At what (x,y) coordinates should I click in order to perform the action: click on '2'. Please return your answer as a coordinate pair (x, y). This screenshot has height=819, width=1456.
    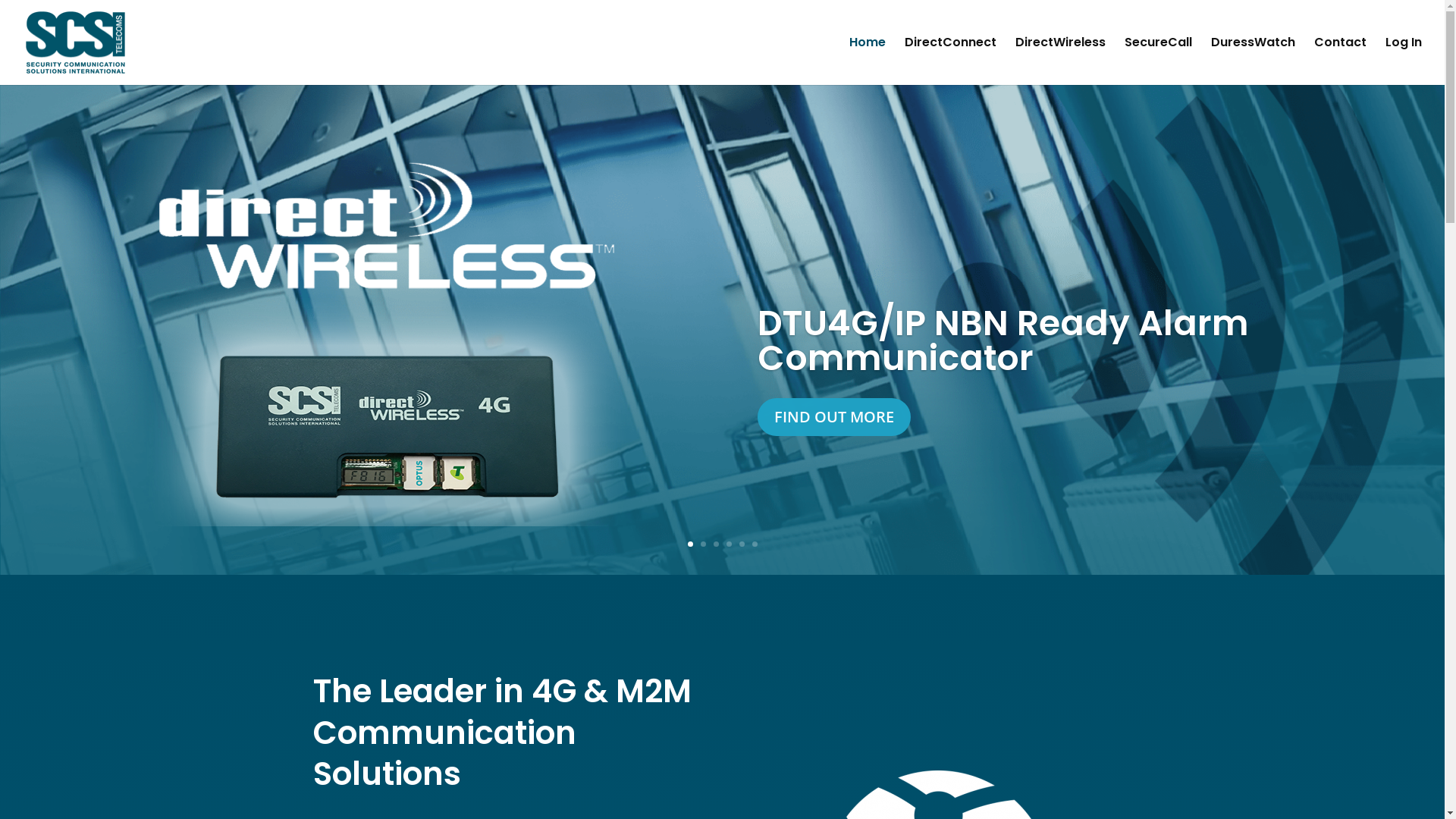
    Looking at the image, I should click on (702, 543).